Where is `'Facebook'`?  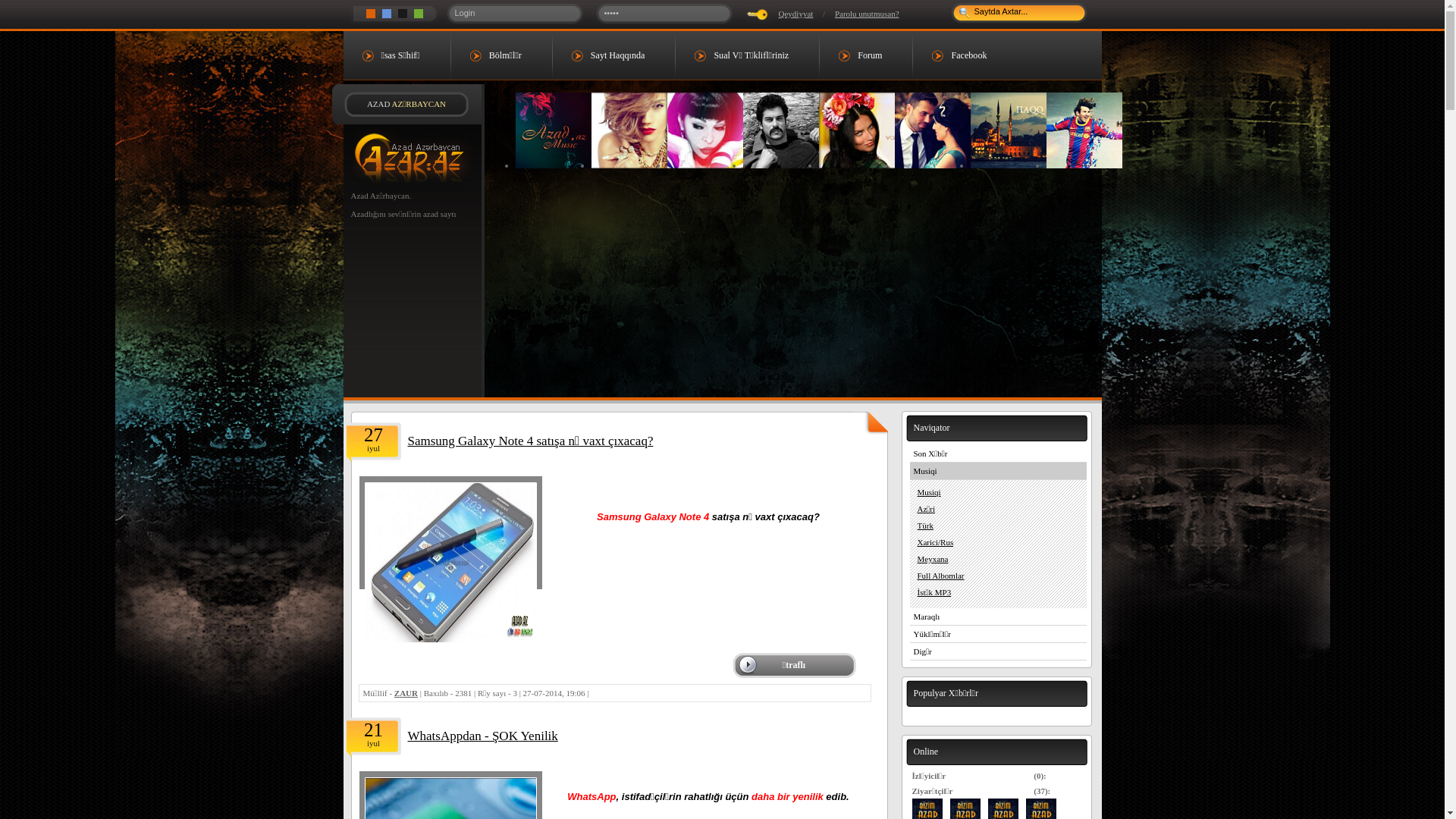
'Facebook' is located at coordinates (964, 55).